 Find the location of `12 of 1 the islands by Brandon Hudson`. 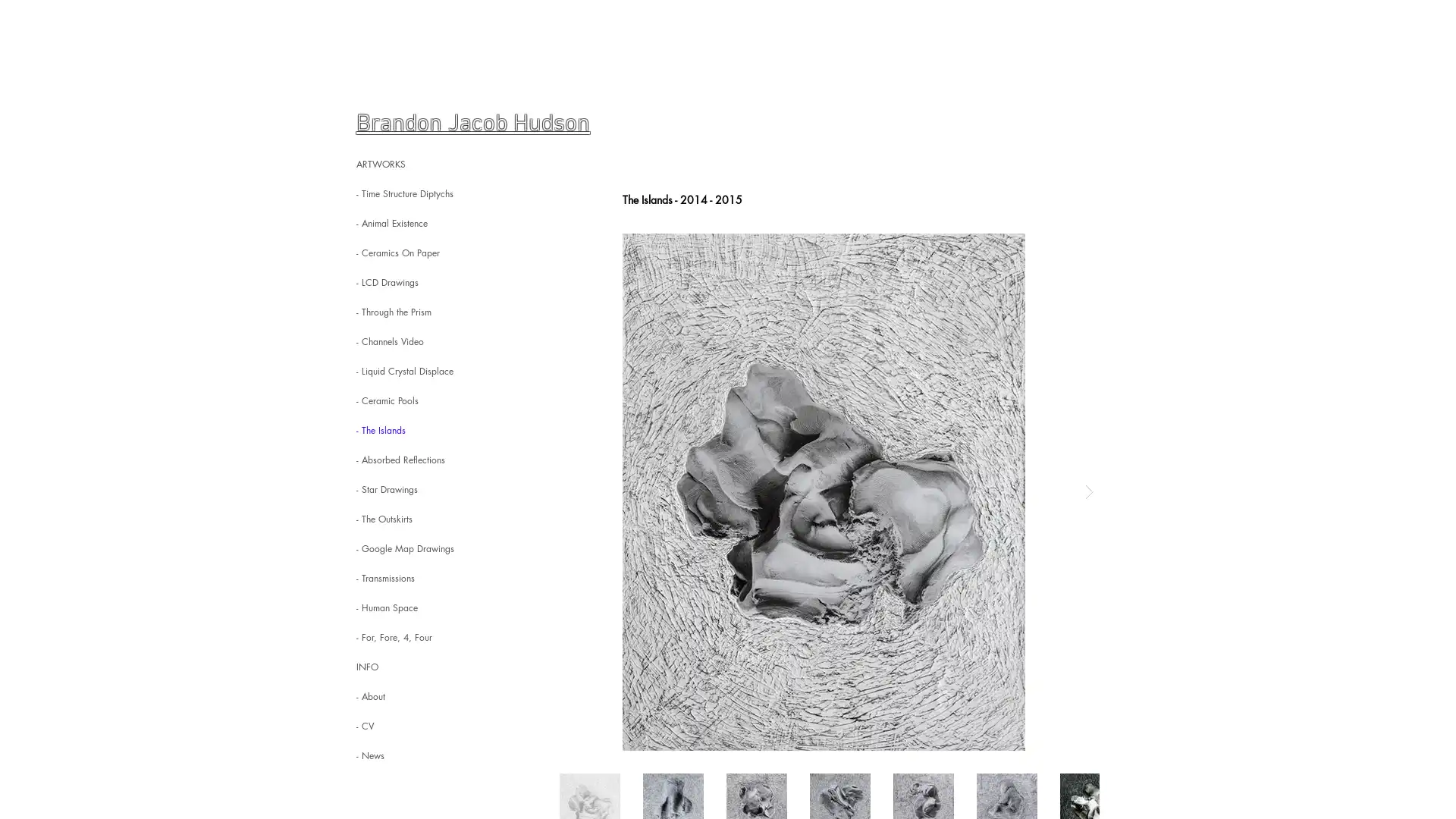

12 of 1 the islands by Brandon Hudson is located at coordinates (823, 491).